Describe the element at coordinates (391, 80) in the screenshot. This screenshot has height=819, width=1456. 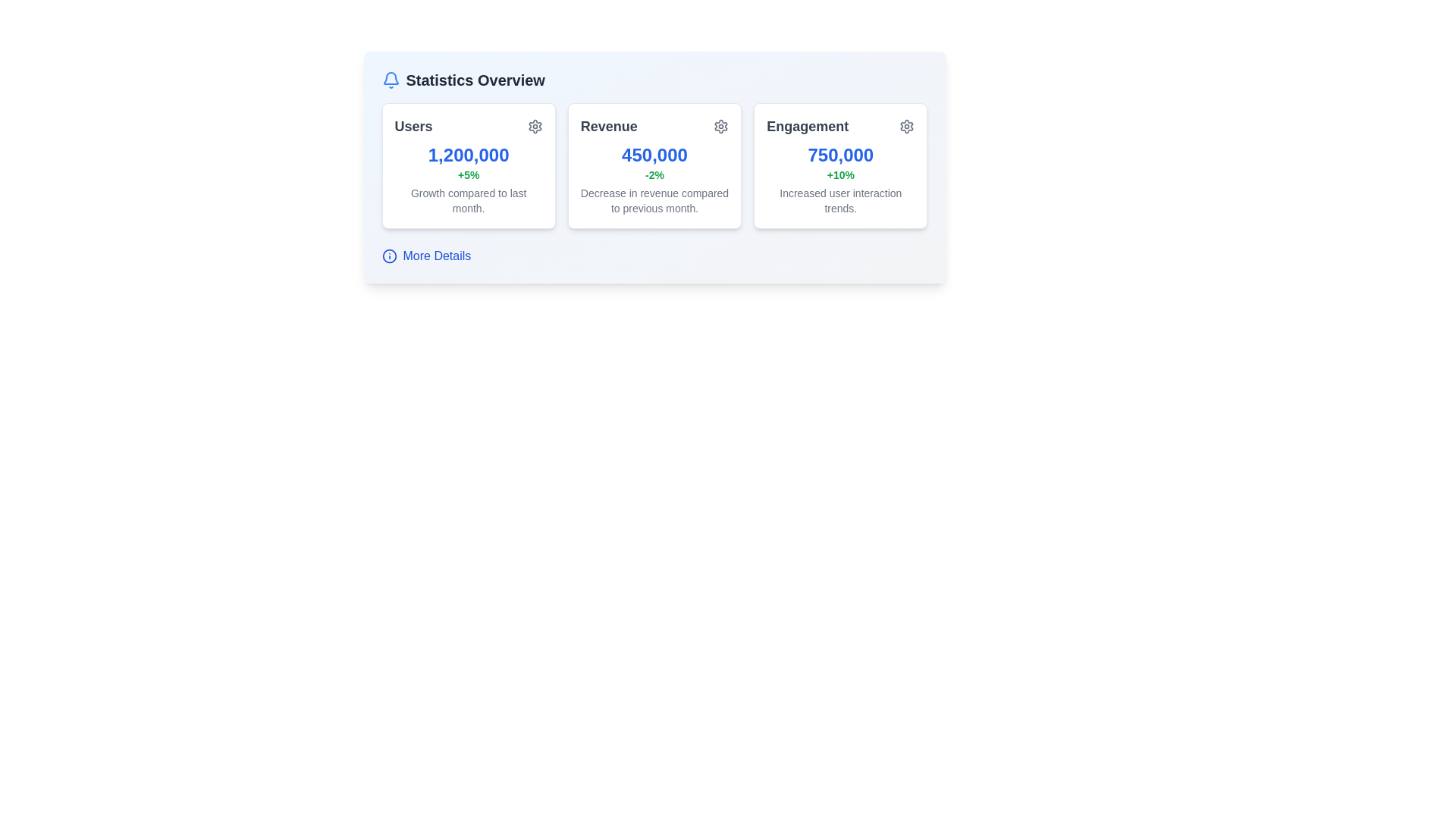
I see `the blue bell icon representing notification functionality, located to the far left of the 'Statistics Overview' section` at that location.